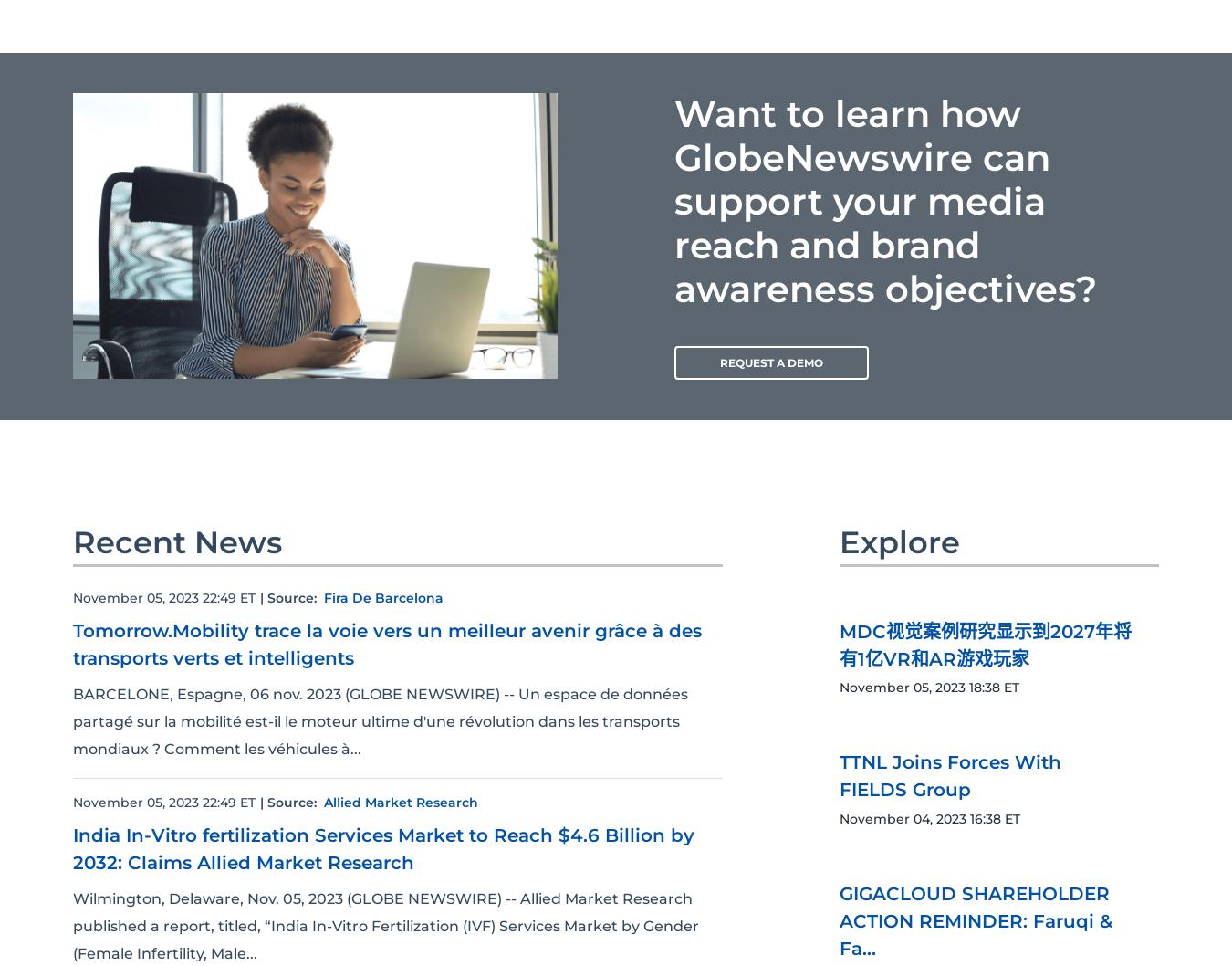 This screenshot has height=966, width=1232. What do you see at coordinates (950, 774) in the screenshot?
I see `'TTNL Joins Forces With FIELDS Group'` at bounding box center [950, 774].